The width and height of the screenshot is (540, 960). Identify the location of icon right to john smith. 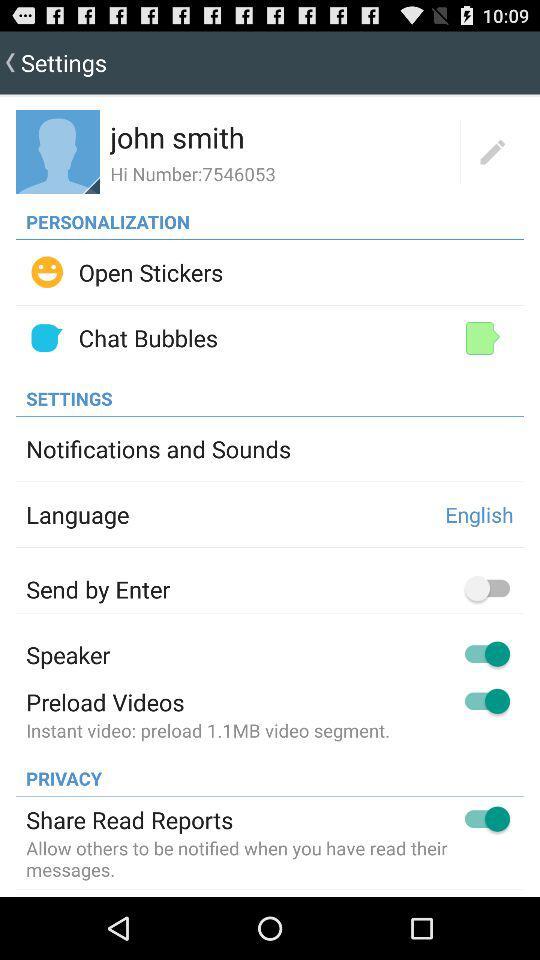
(491, 151).